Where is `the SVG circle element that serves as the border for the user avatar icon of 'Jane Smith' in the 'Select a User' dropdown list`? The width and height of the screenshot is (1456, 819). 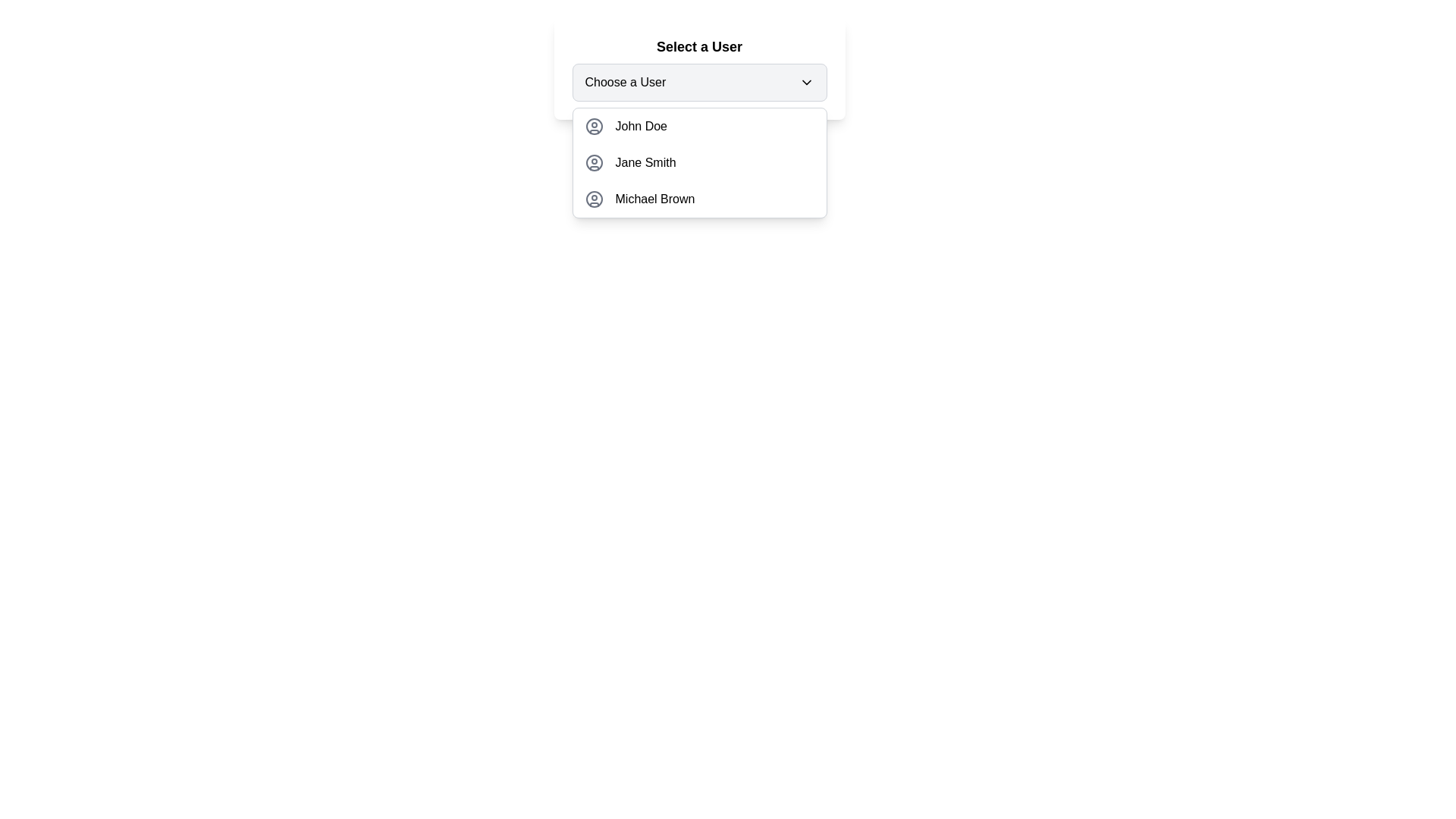 the SVG circle element that serves as the border for the user avatar icon of 'Jane Smith' in the 'Select a User' dropdown list is located at coordinates (593, 163).